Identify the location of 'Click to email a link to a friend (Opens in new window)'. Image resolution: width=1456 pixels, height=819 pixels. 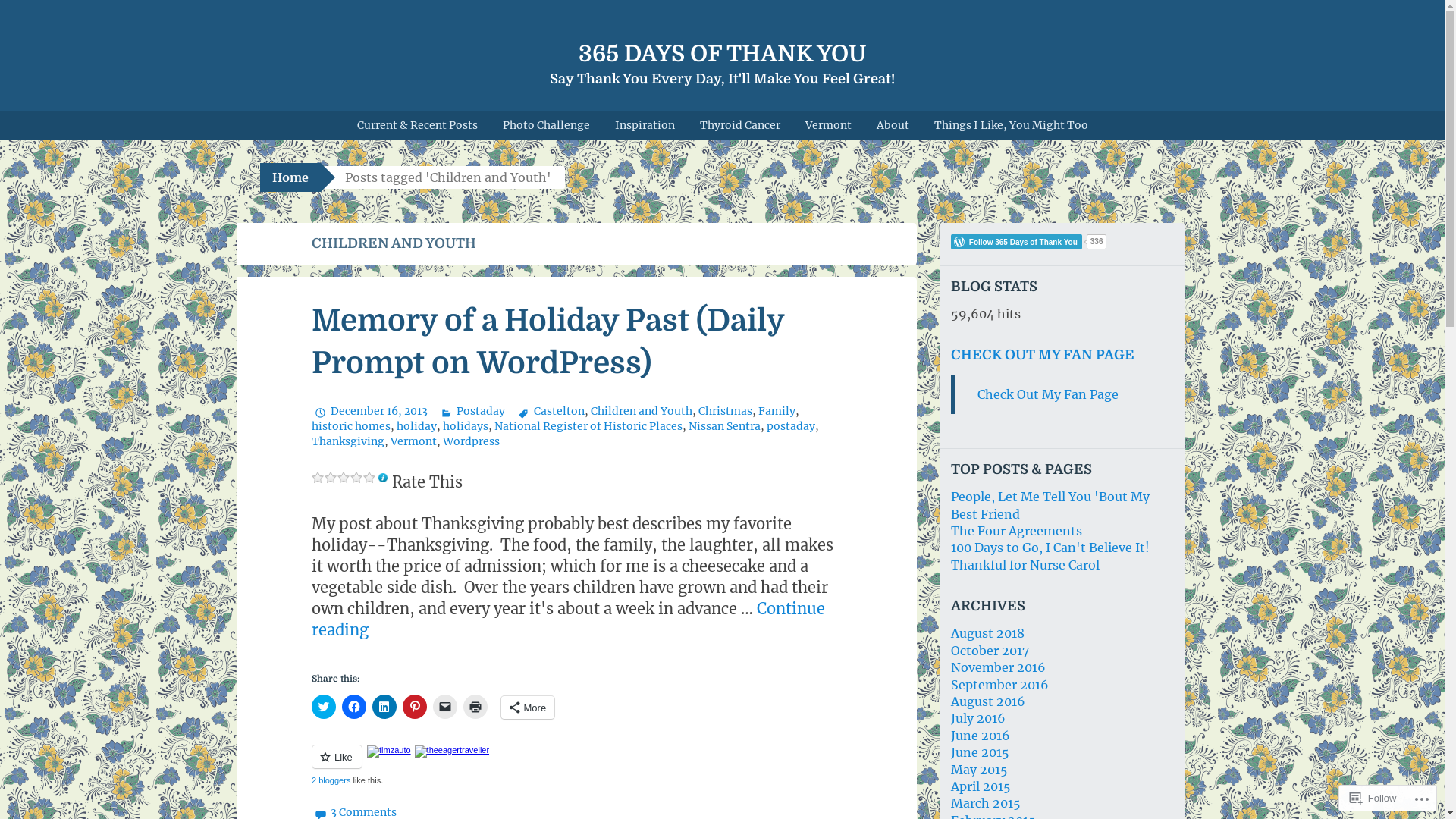
(443, 707).